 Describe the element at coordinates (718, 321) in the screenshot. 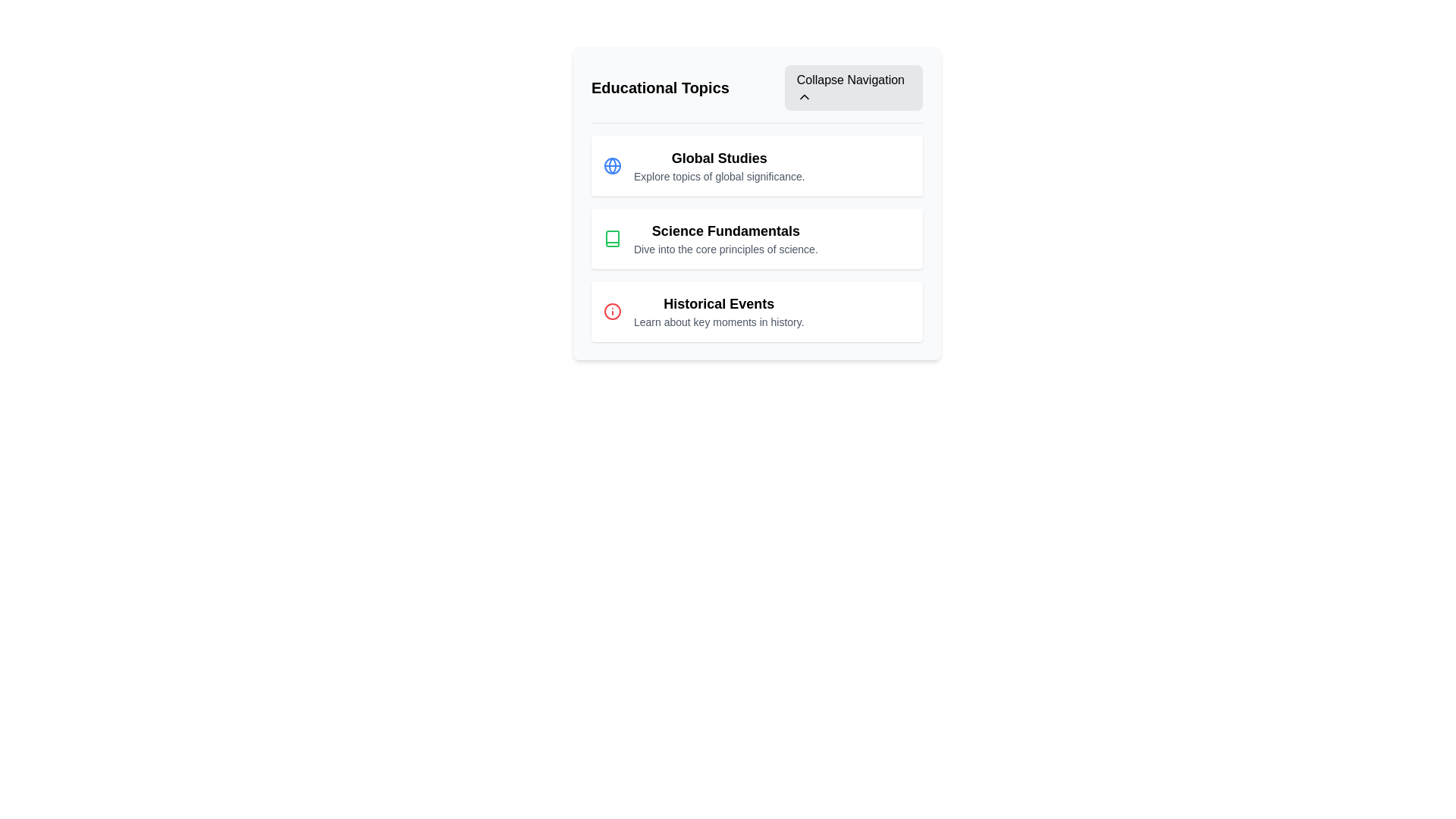

I see `the gray text label that reads 'Learn about key moments in history.' located directly below the 'Historical Events' title` at that location.